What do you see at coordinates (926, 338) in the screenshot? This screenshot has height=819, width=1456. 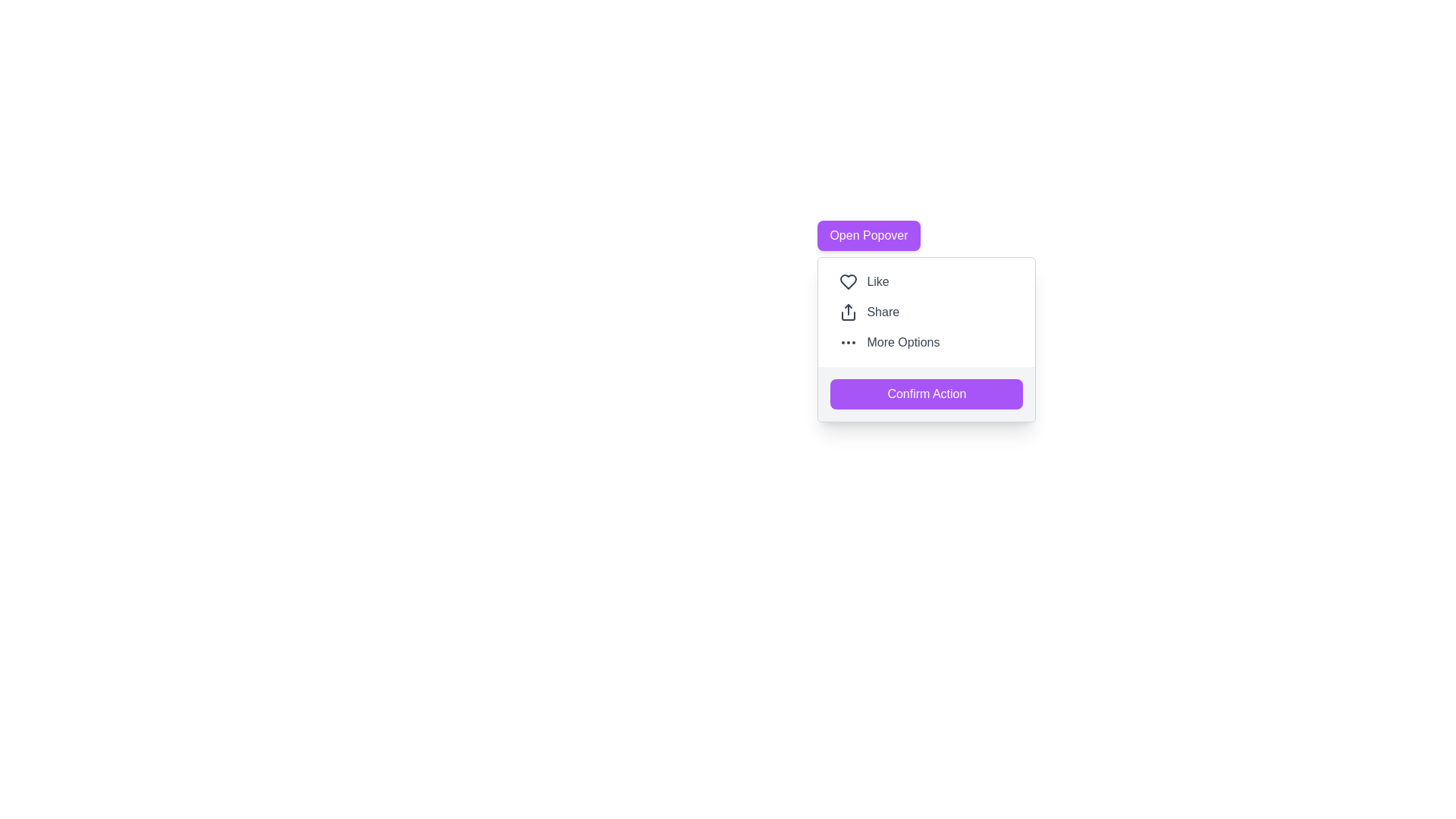 I see `the 'Like', 'Share', or 'More Options' option in the pop-up menu that appears below the 'Open Popover' button` at bounding box center [926, 338].